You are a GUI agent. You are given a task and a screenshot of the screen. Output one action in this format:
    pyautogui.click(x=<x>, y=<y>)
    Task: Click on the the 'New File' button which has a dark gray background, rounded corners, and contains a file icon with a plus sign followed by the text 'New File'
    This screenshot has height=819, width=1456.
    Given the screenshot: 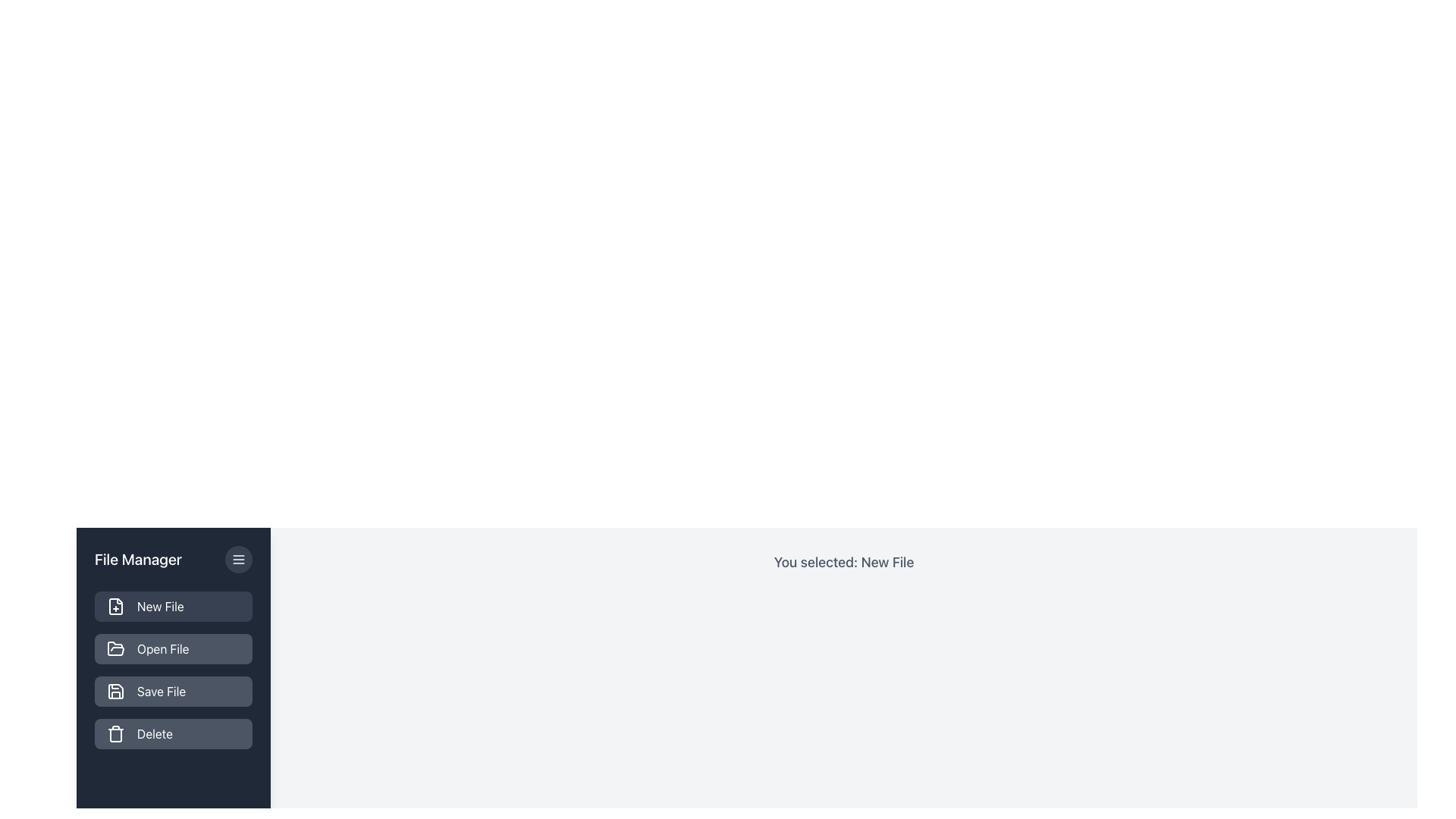 What is the action you would take?
    pyautogui.click(x=174, y=605)
    